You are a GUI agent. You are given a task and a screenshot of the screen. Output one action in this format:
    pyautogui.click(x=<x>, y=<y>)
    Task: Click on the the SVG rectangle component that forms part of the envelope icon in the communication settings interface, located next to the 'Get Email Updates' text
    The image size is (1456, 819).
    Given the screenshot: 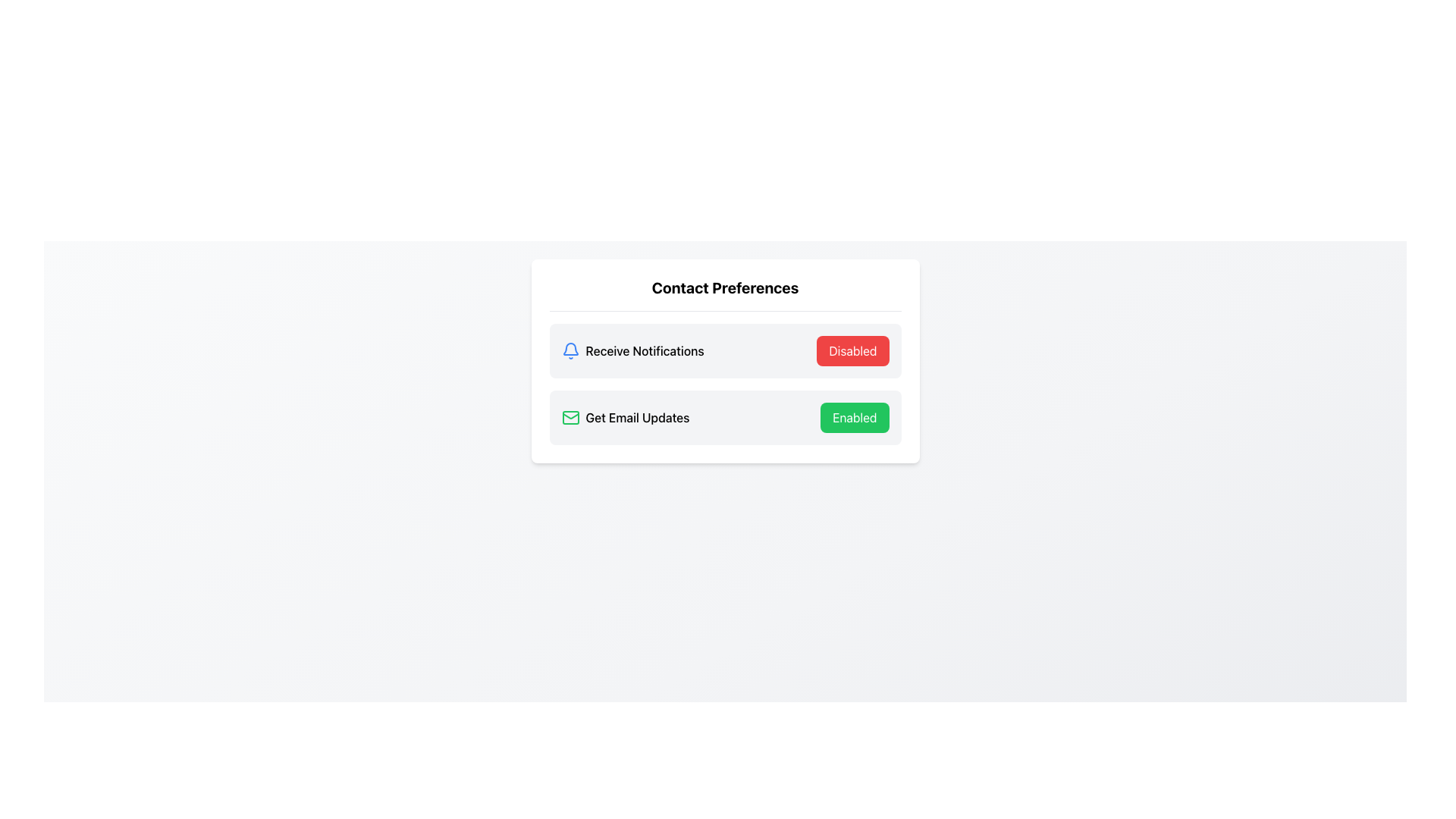 What is the action you would take?
    pyautogui.click(x=570, y=418)
    